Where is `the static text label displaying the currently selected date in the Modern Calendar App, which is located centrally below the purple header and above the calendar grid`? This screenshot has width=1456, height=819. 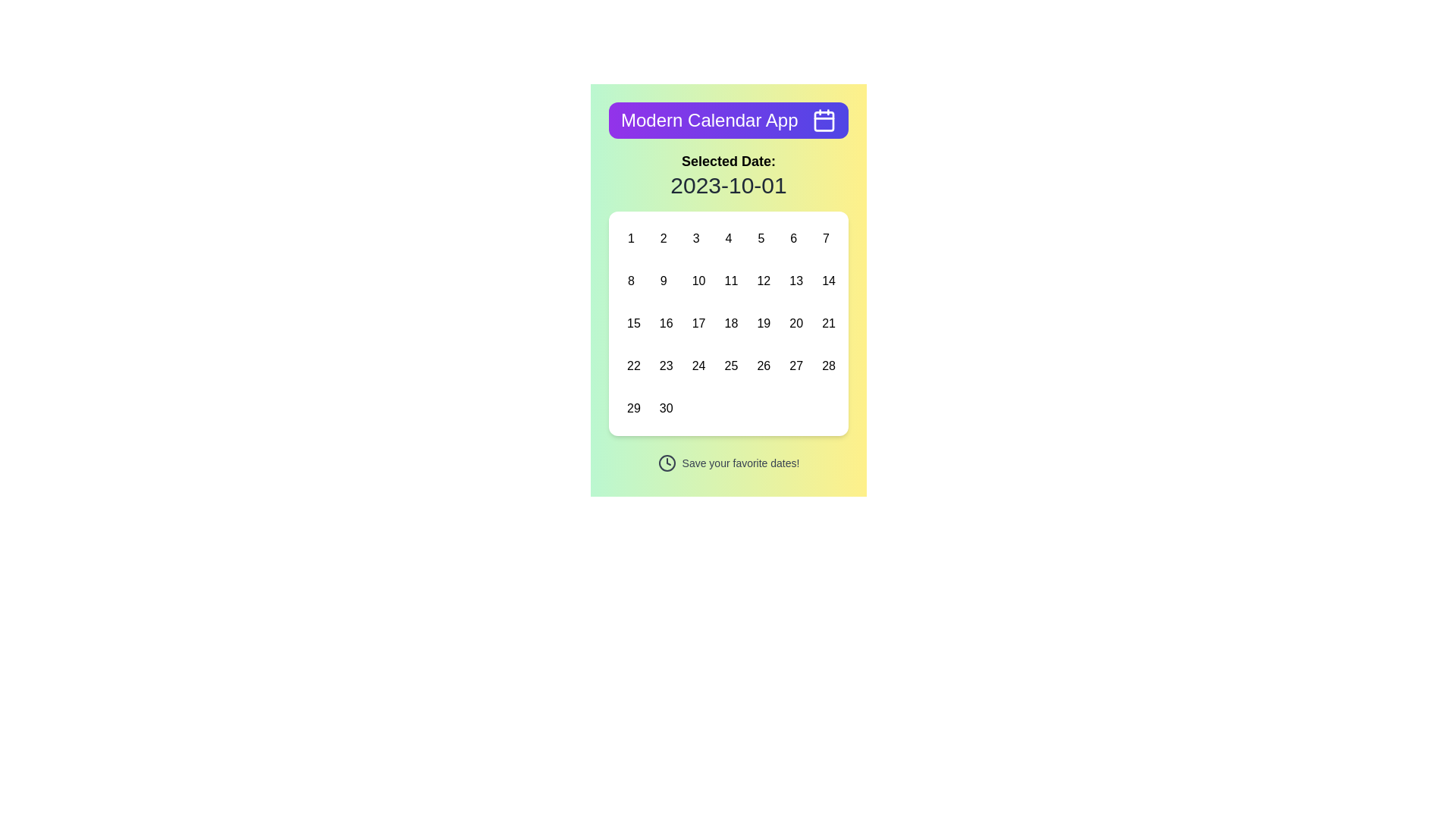
the static text label displaying the currently selected date in the Modern Calendar App, which is located centrally below the purple header and above the calendar grid is located at coordinates (728, 174).